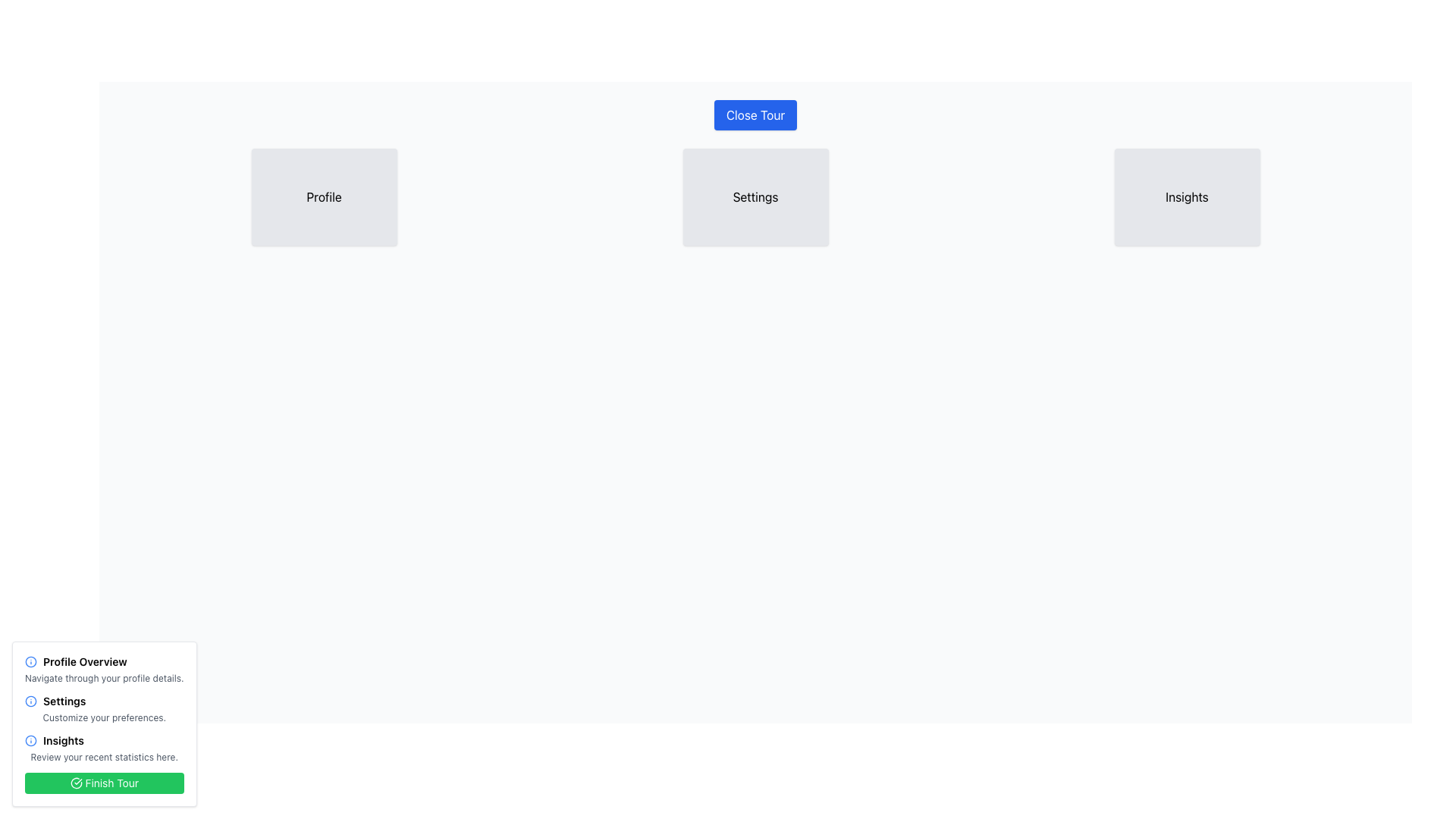 The height and width of the screenshot is (819, 1456). I want to click on the text label that reads 'Customize your preferences.' located below the 'Settings' label in the bottom-left sidebar, so click(103, 717).